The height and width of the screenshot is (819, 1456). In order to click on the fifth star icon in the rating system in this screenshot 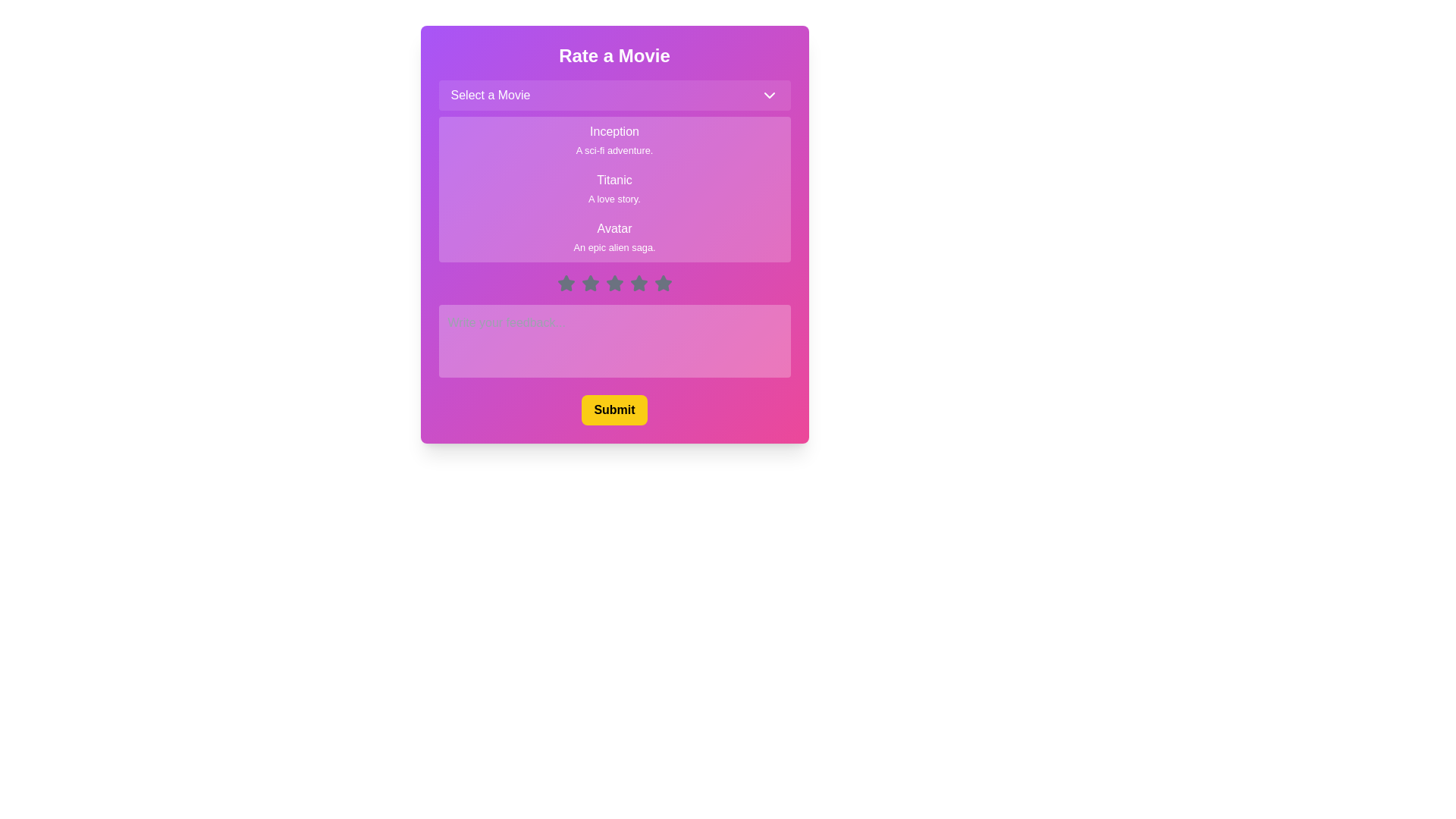, I will do `click(663, 284)`.